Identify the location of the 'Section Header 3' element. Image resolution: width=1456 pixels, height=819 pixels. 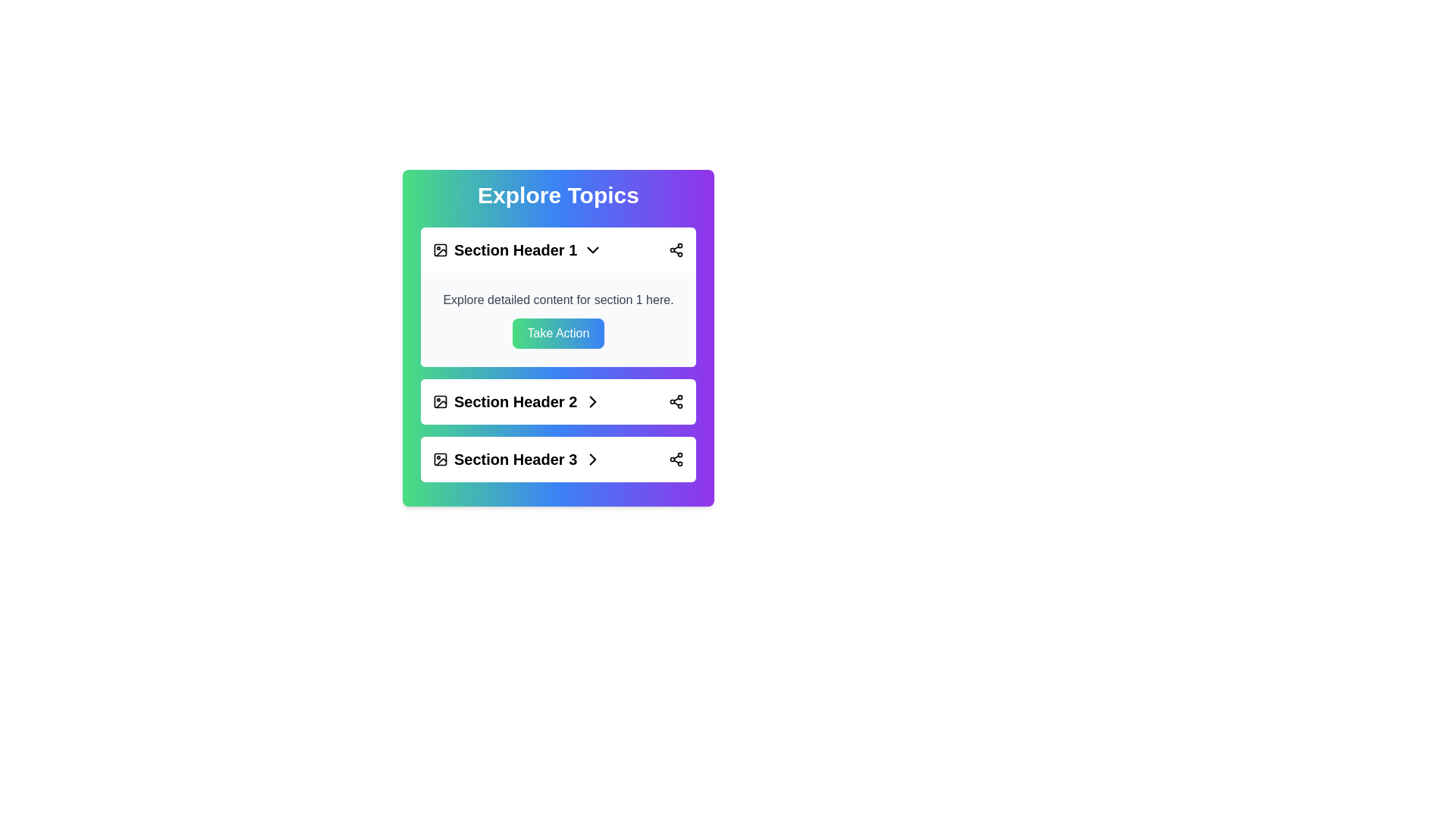
(518, 458).